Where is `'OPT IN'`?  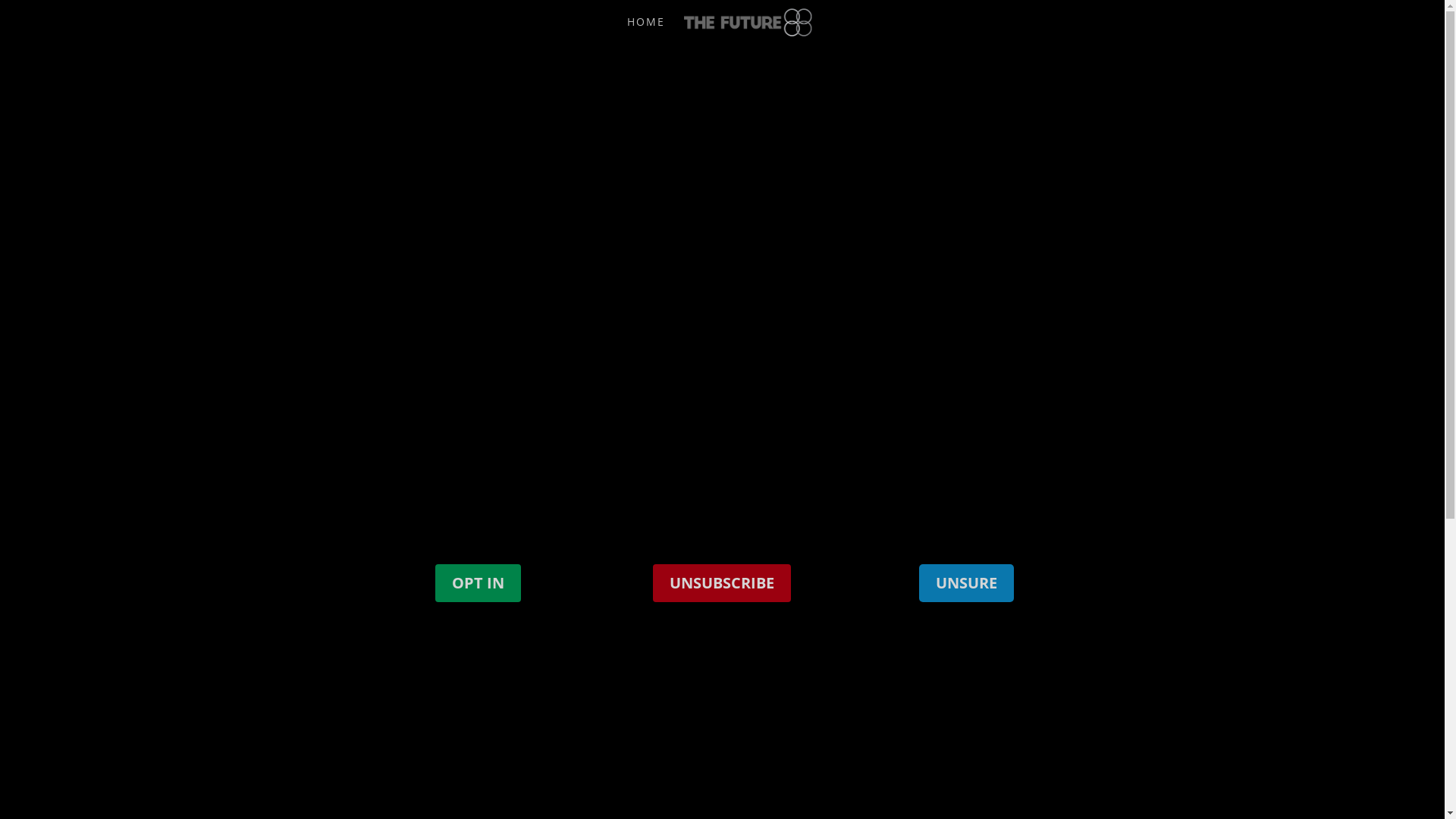
'OPT IN' is located at coordinates (477, 582).